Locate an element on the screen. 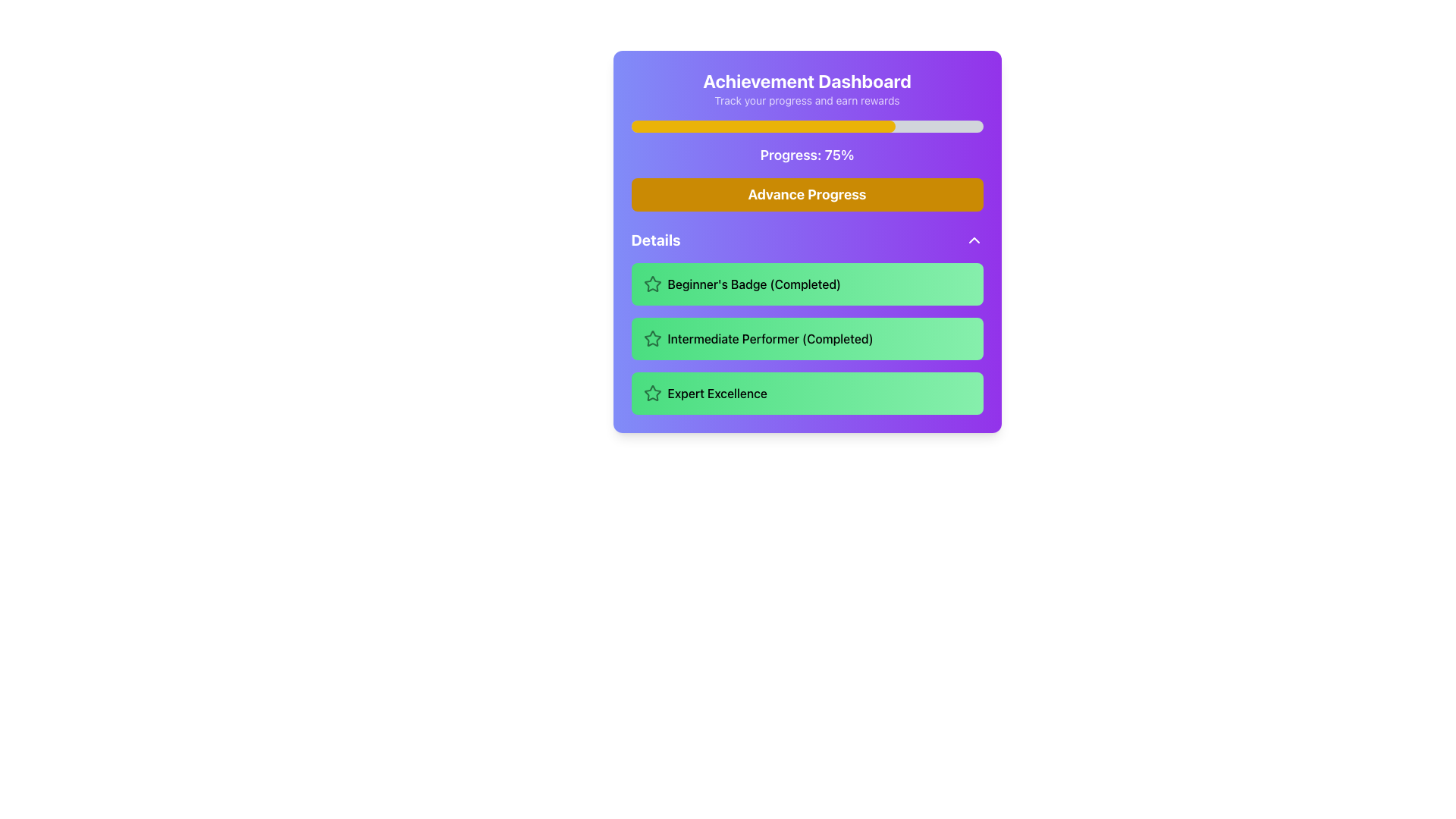 This screenshot has height=819, width=1456. the 'Beginner's Badge' achievement text label located at the topmost part of the green gradient box under the 'Details' header is located at coordinates (806, 284).